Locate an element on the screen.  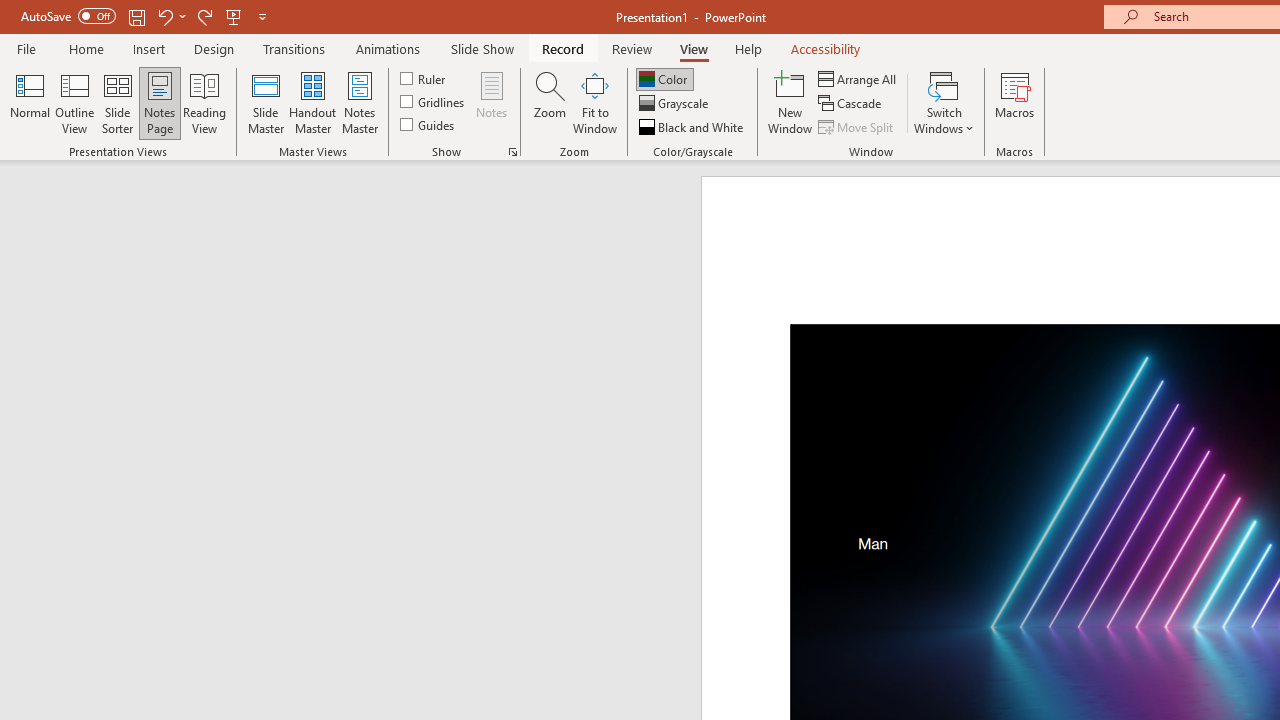
'Zoom...' is located at coordinates (549, 103).